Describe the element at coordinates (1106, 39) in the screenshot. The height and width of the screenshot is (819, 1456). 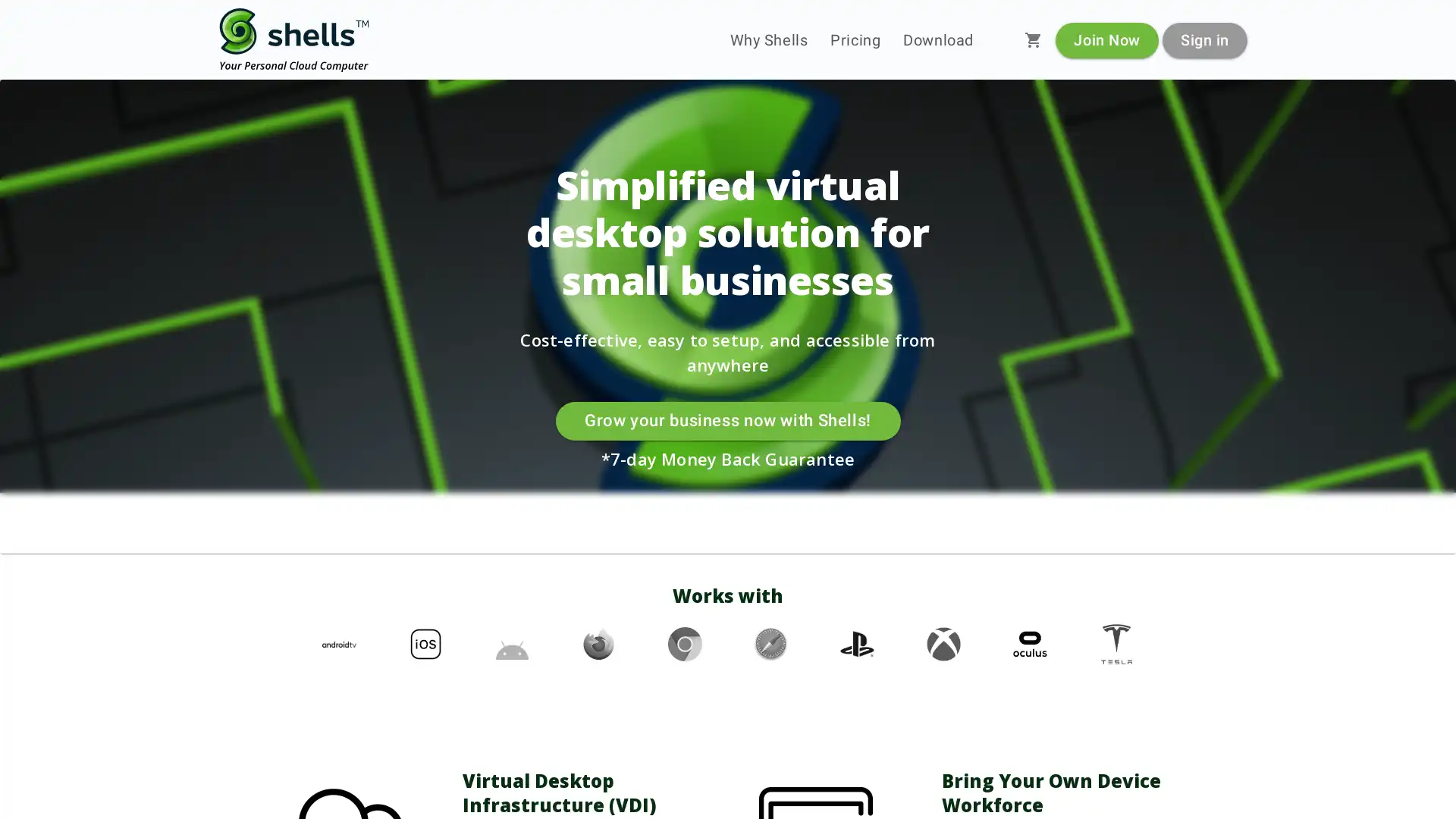
I see `Join Now` at that location.